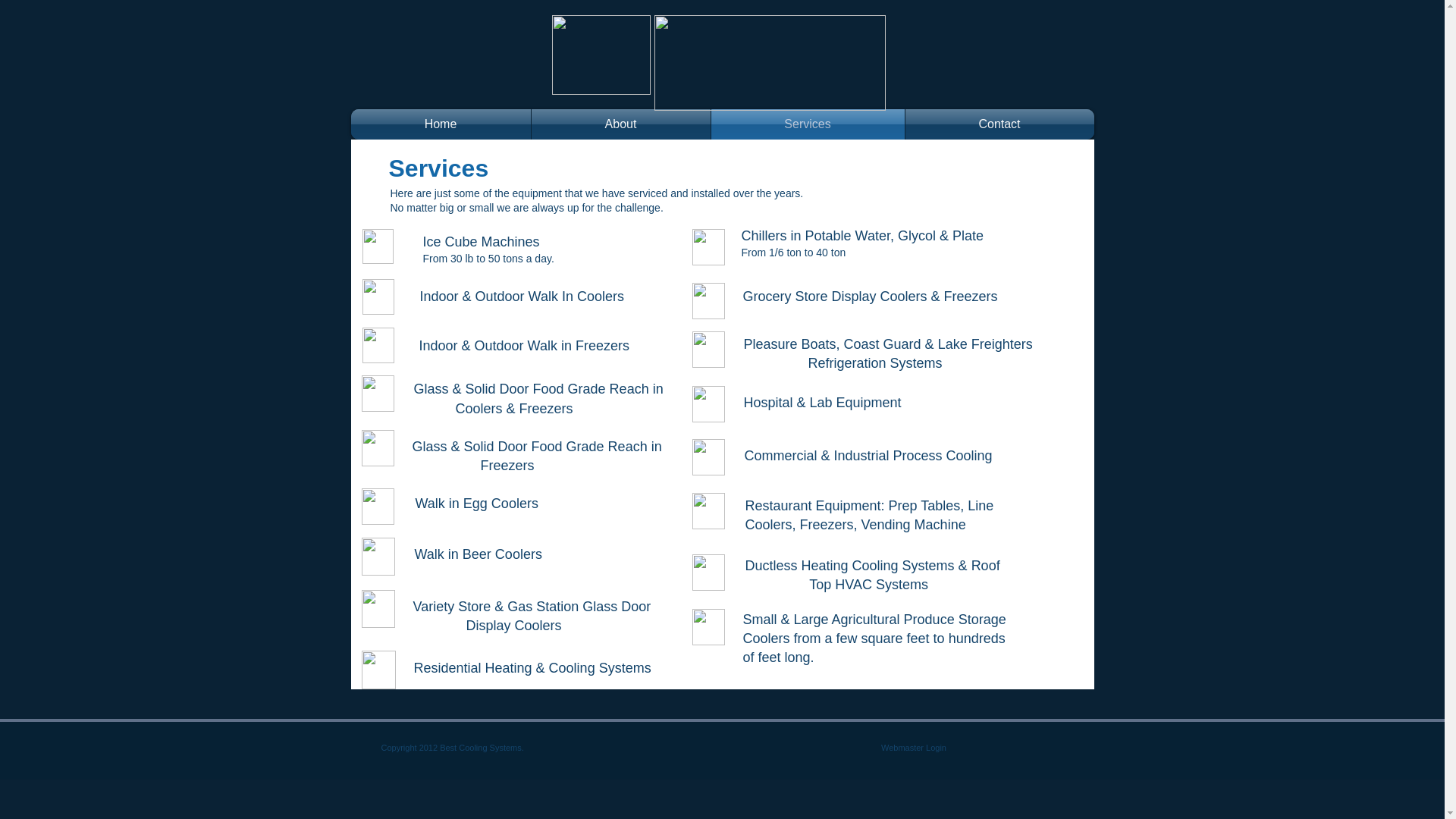 The image size is (1456, 819). Describe the element at coordinates (999, 124) in the screenshot. I see `'Contact'` at that location.